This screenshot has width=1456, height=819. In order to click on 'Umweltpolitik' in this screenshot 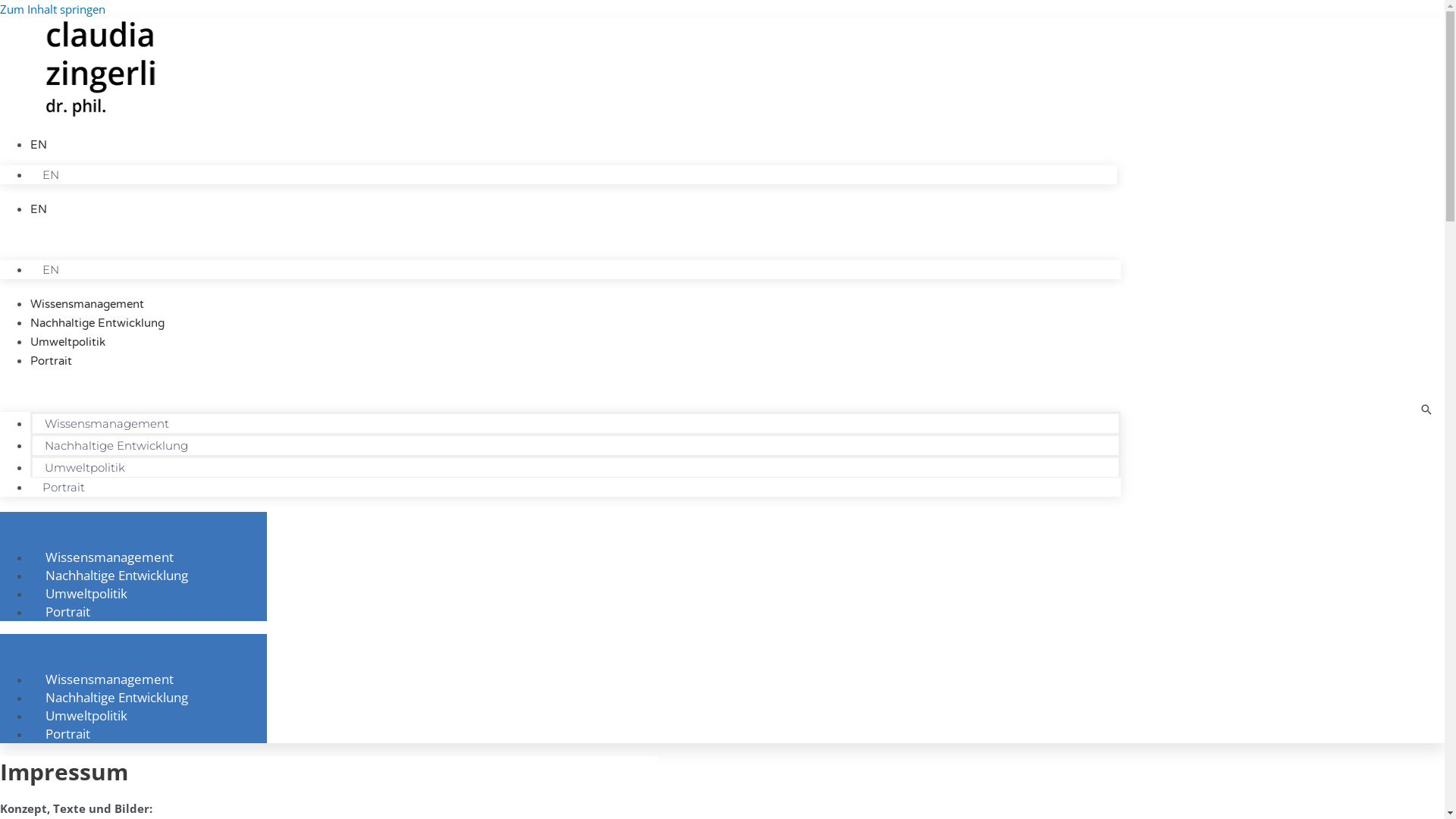, I will do `click(30, 592)`.